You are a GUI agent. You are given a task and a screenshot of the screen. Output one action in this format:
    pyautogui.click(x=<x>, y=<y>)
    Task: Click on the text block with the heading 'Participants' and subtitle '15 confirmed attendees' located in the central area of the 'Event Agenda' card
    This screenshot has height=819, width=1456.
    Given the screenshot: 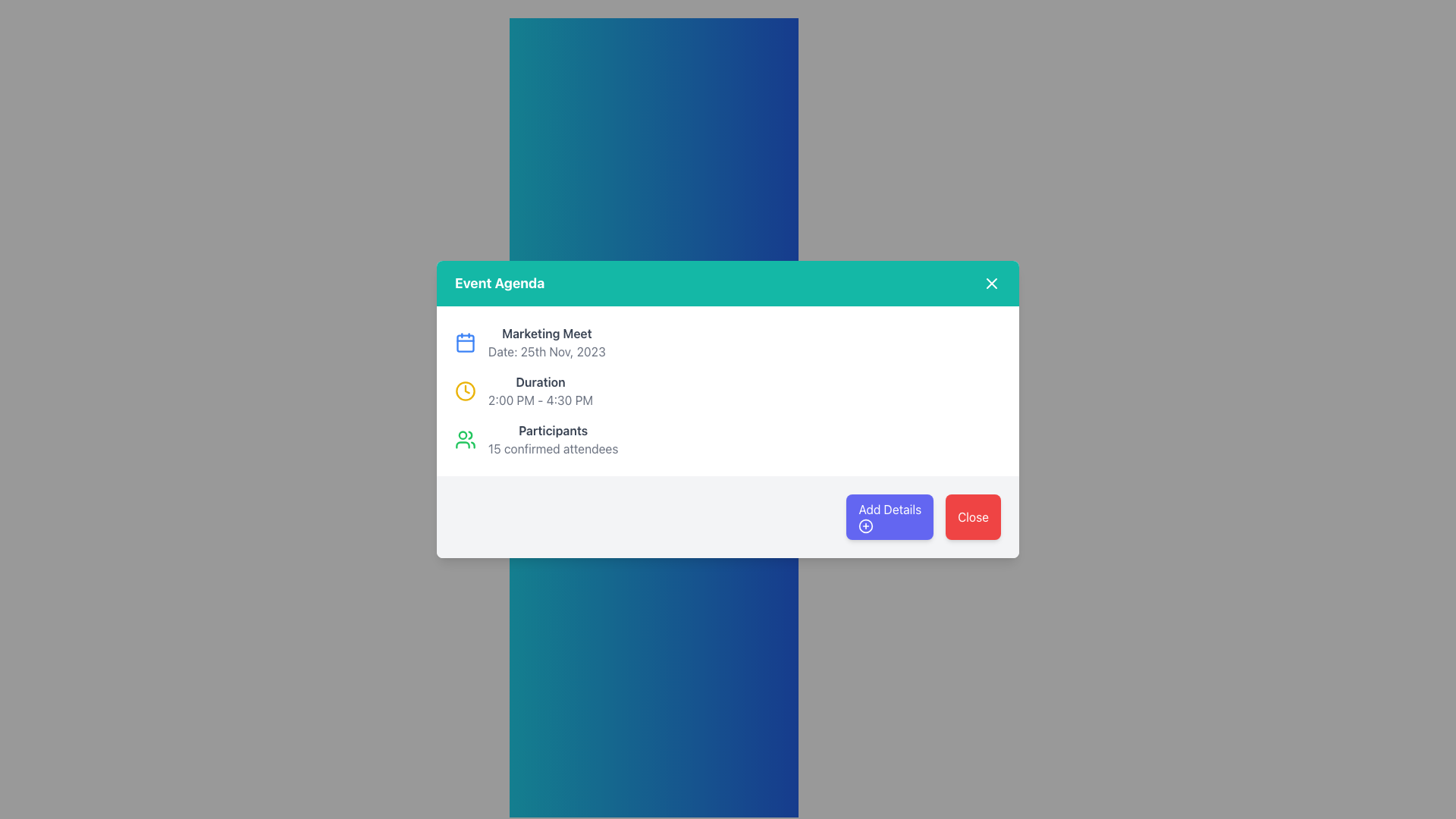 What is the action you would take?
    pyautogui.click(x=552, y=439)
    